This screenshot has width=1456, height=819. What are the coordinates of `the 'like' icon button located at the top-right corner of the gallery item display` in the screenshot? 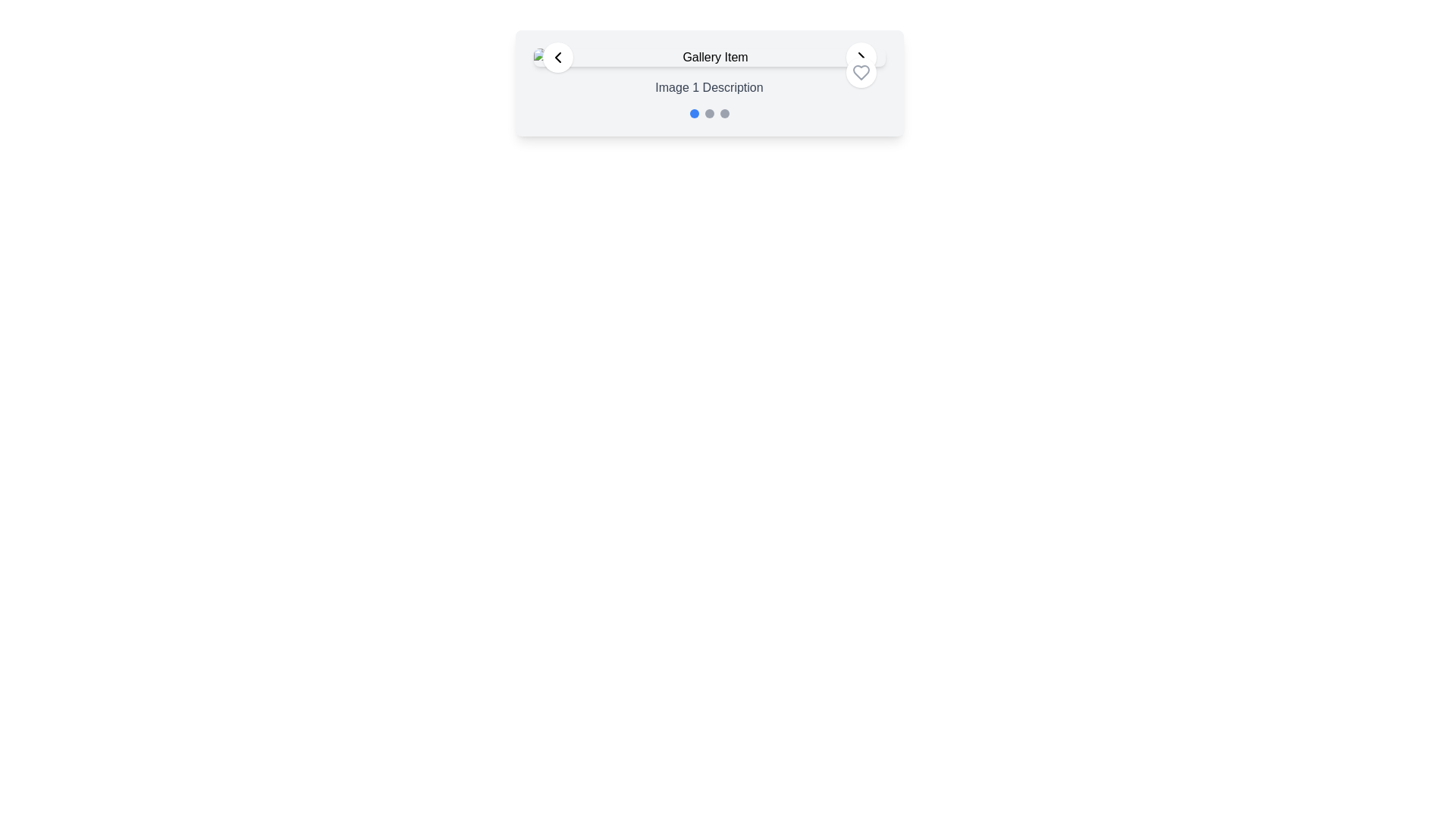 It's located at (861, 73).